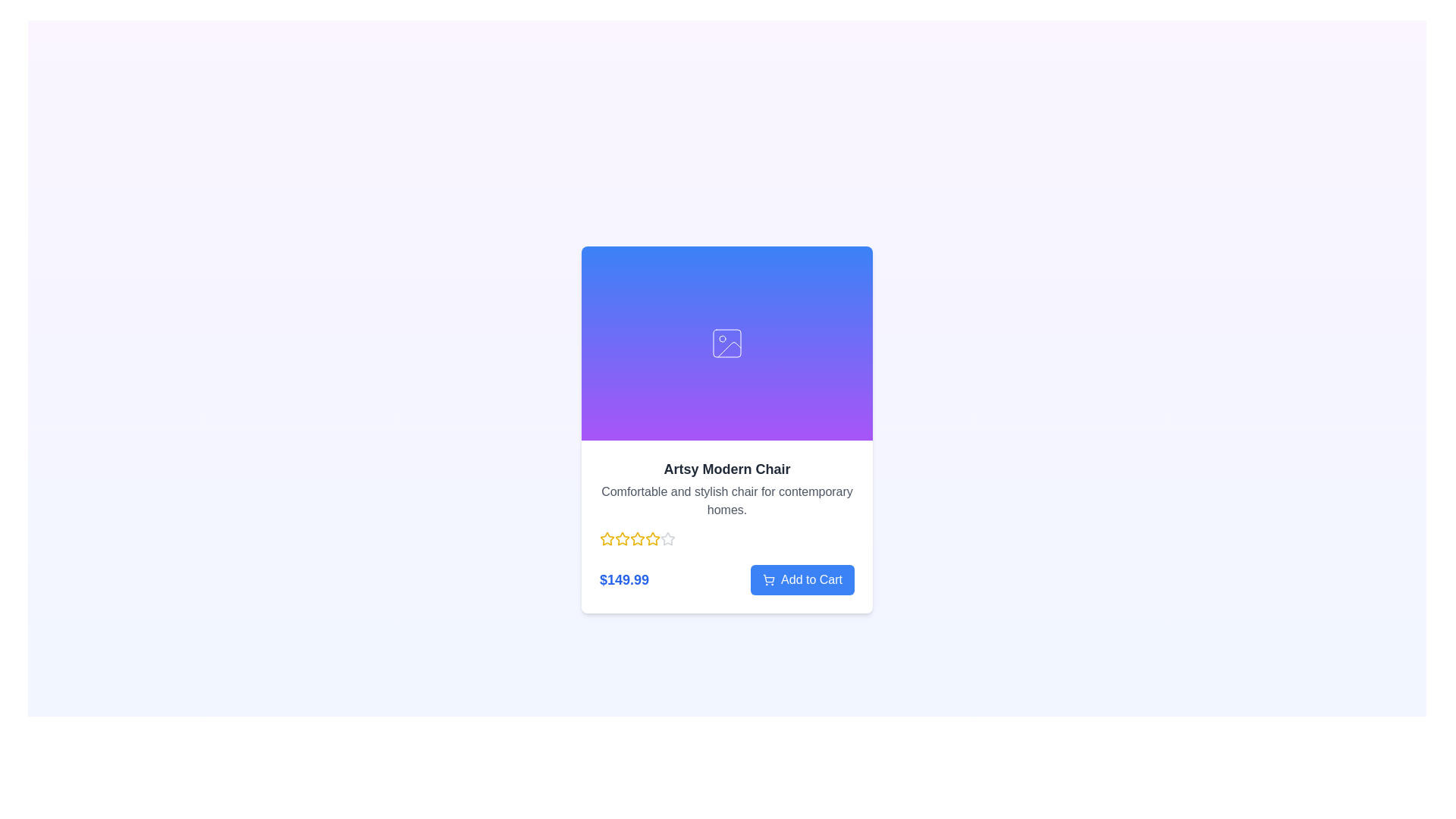 The height and width of the screenshot is (819, 1456). Describe the element at coordinates (726, 343) in the screenshot. I see `the SVG icon representing an image, which is centered within a vibrant gradient panel above the card title 'Artsy Modern Chair'` at that location.